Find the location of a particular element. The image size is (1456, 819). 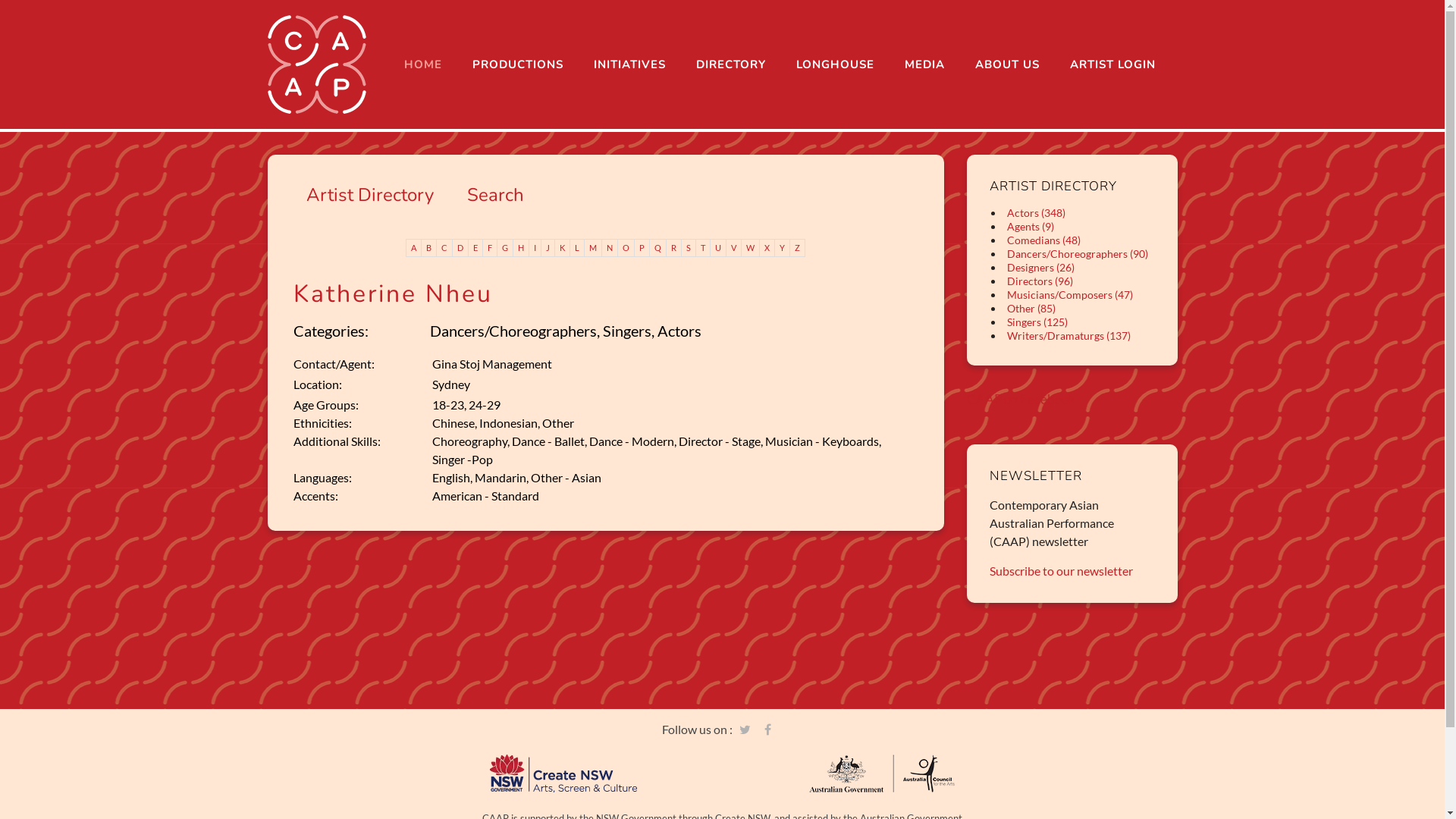

'Search' is located at coordinates (495, 194).